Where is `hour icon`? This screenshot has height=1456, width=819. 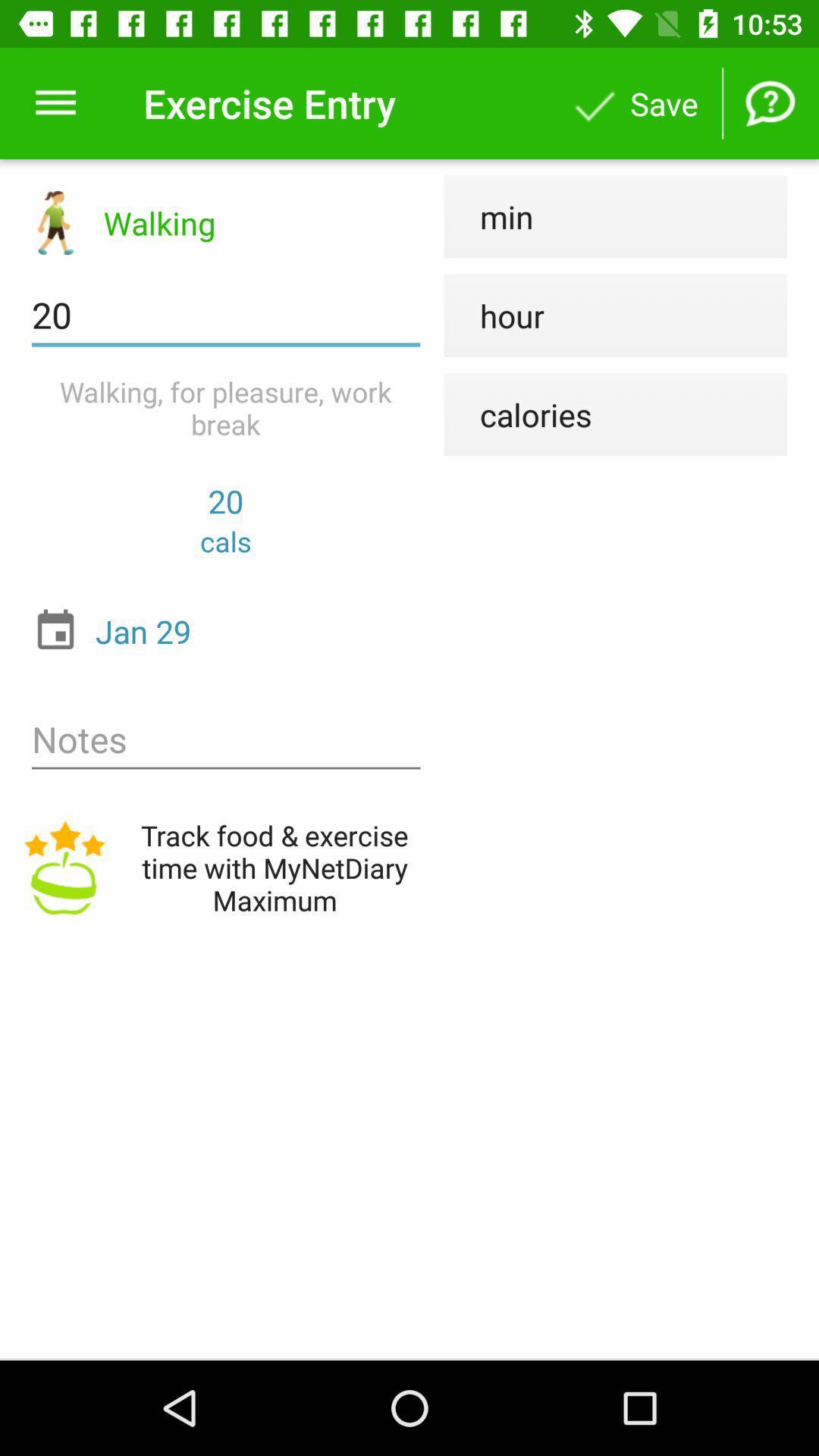 hour icon is located at coordinates (494, 315).